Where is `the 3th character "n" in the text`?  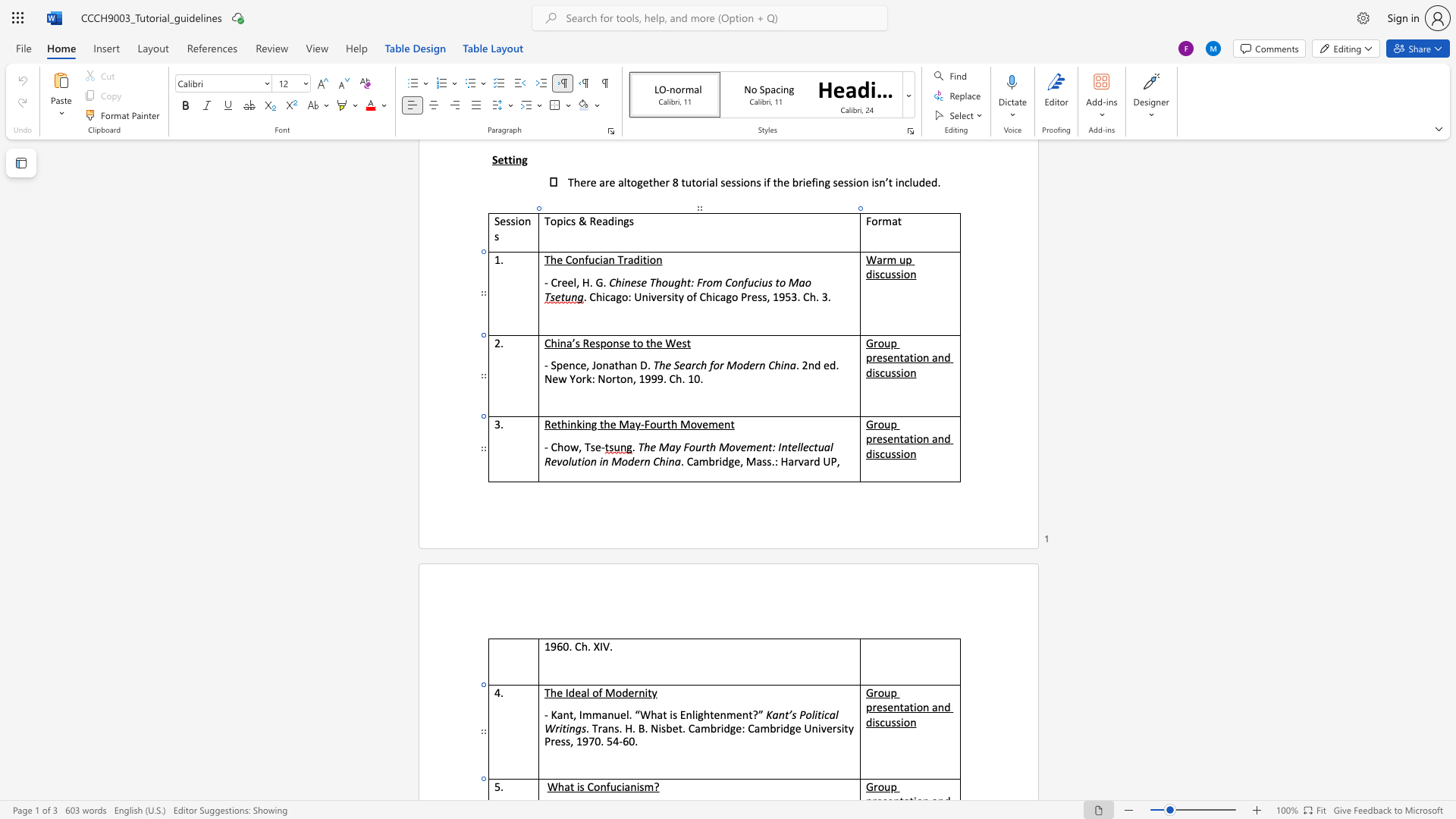 the 3th character "n" in the text is located at coordinates (940, 707).